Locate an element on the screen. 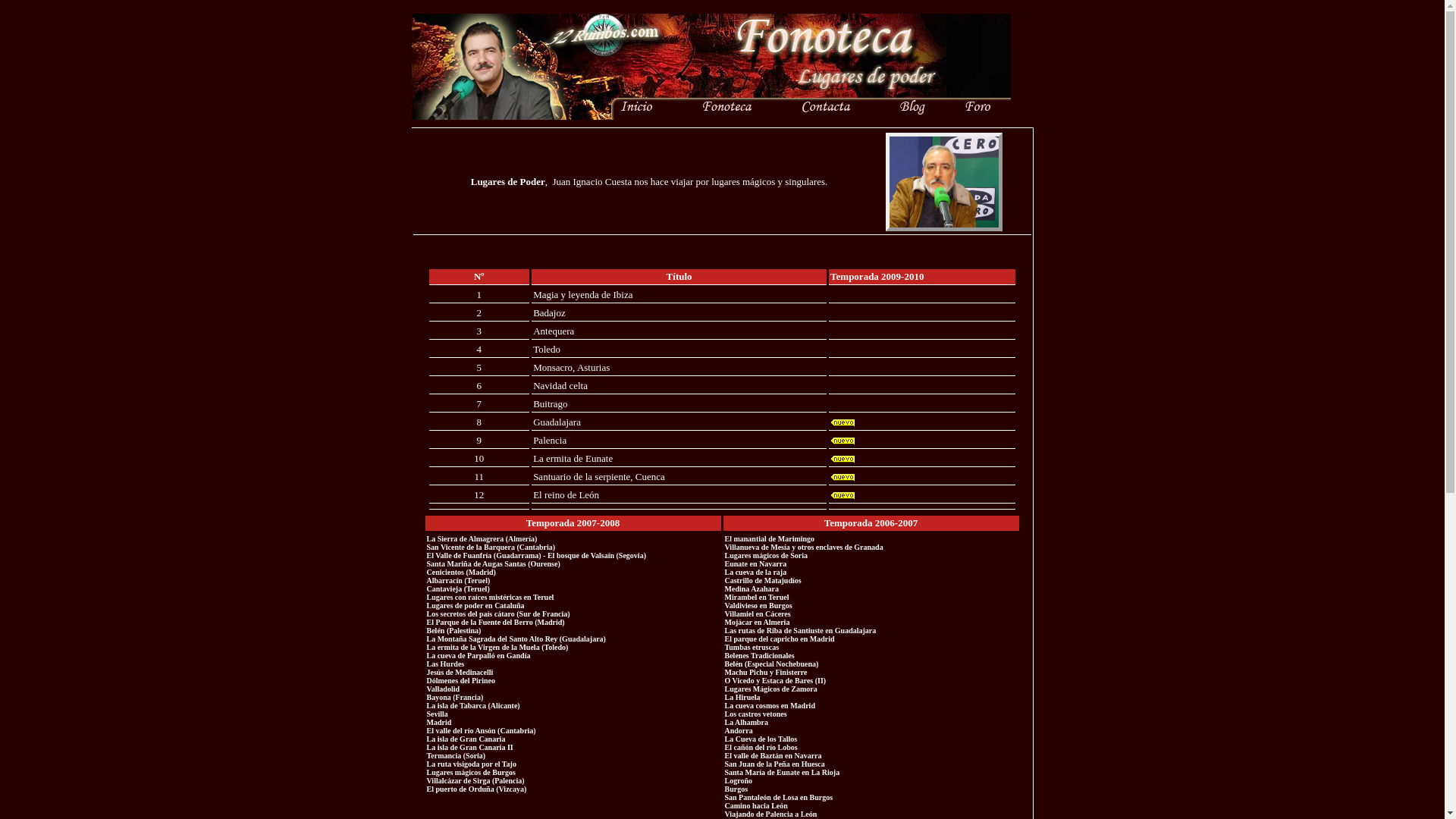 The height and width of the screenshot is (819, 1456). 'O Vicedo y Estaca de Bares (II)' is located at coordinates (775, 679).